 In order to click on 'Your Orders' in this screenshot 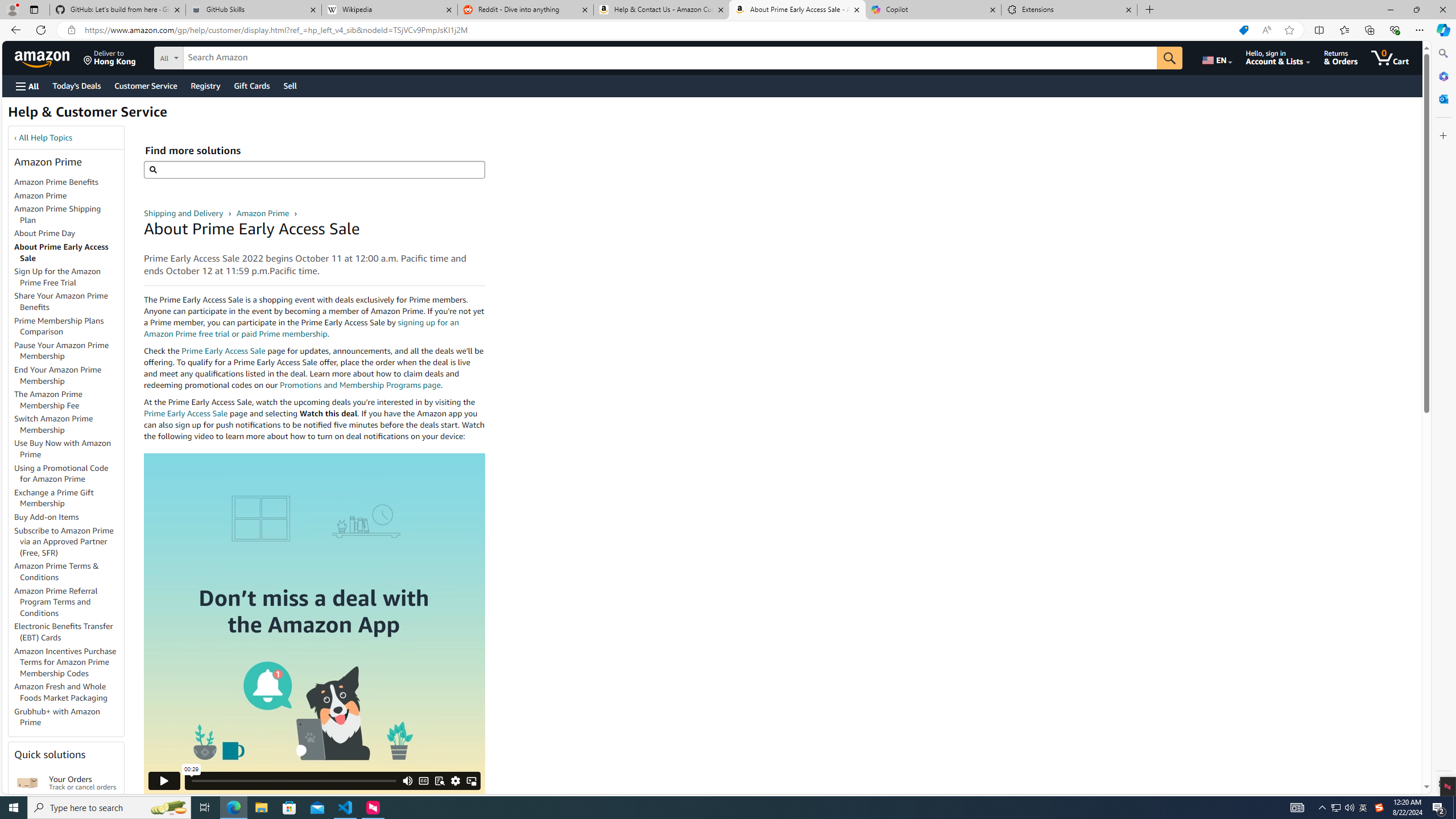, I will do `click(27, 781)`.